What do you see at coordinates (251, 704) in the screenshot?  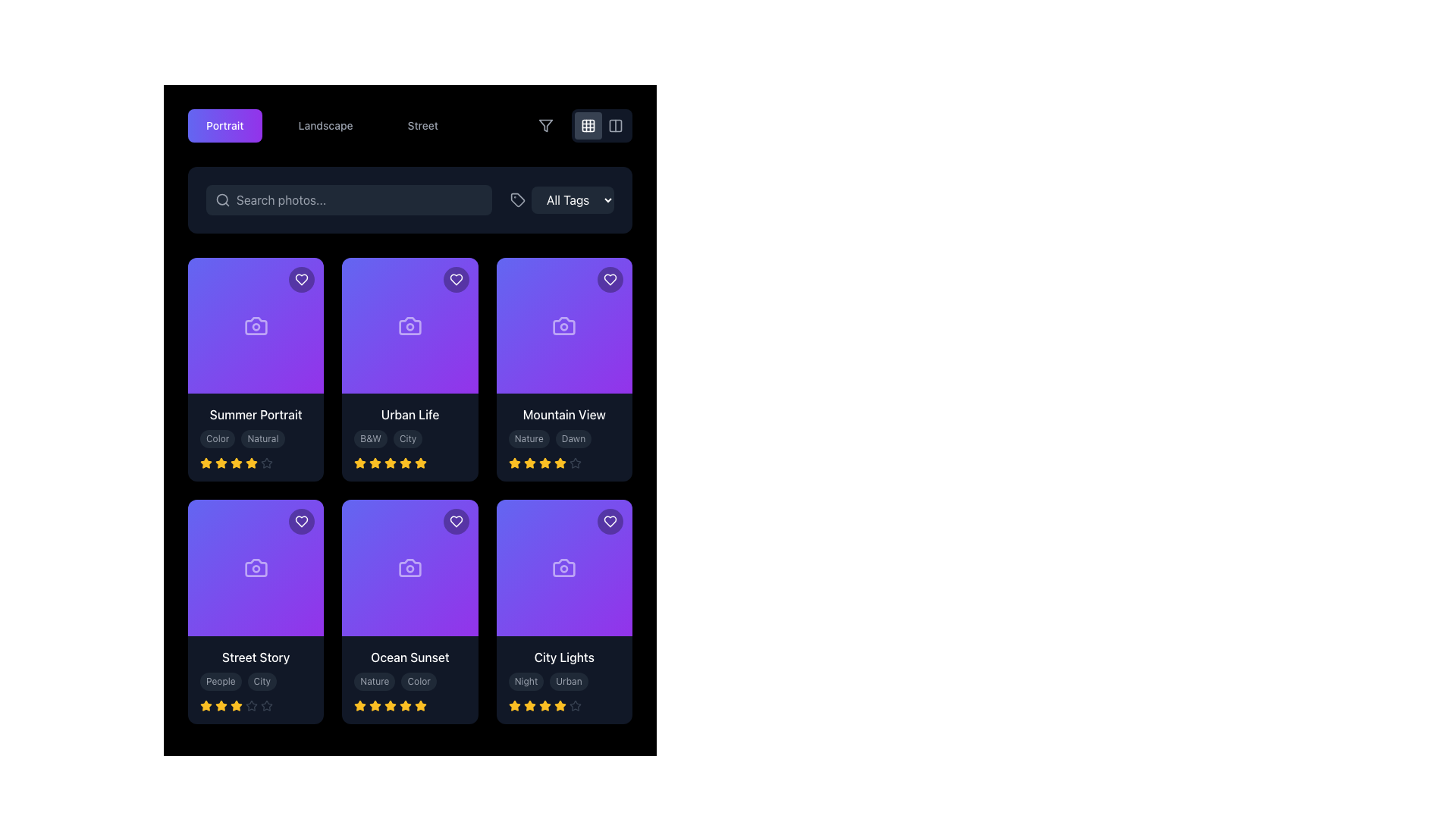 I see `the fifth interactive star-shaped icon for rating purposes` at bounding box center [251, 704].